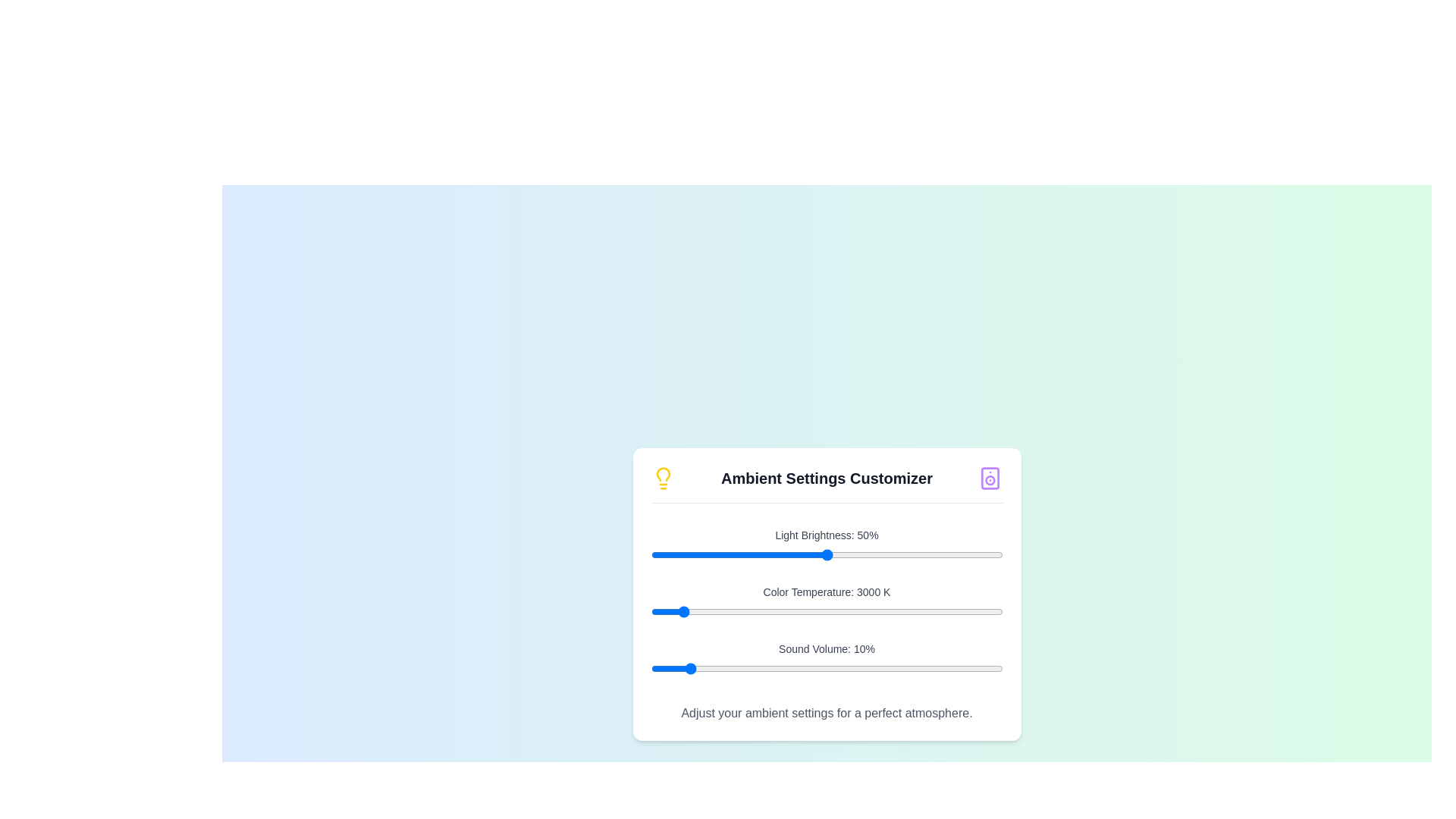 This screenshot has height=819, width=1456. Describe the element at coordinates (745, 610) in the screenshot. I see `the color temperature` at that location.